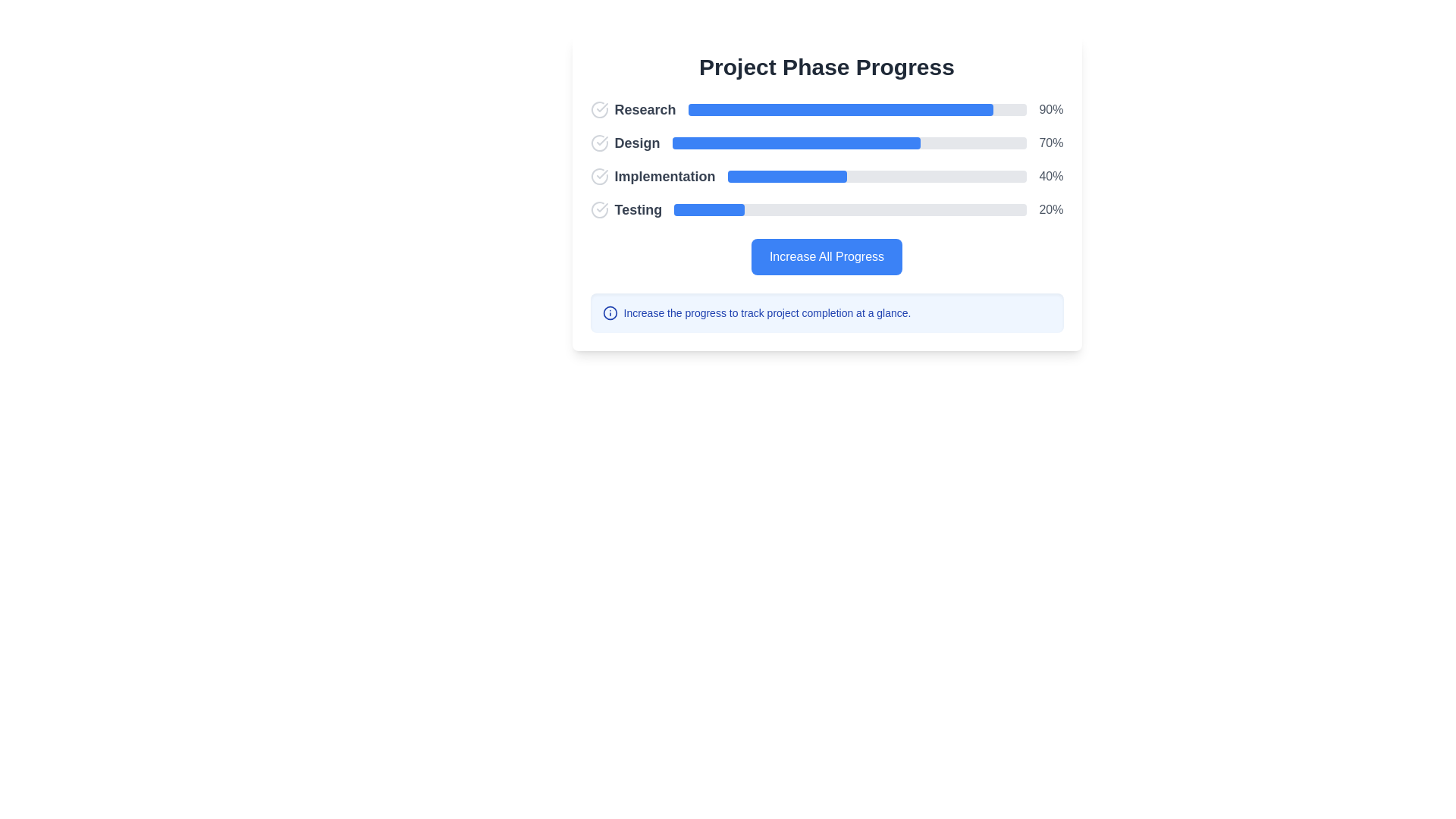  I want to click on the 'Research' text label, which is styled in bold dark gray and positioned at the top of a list structure, so click(645, 109).